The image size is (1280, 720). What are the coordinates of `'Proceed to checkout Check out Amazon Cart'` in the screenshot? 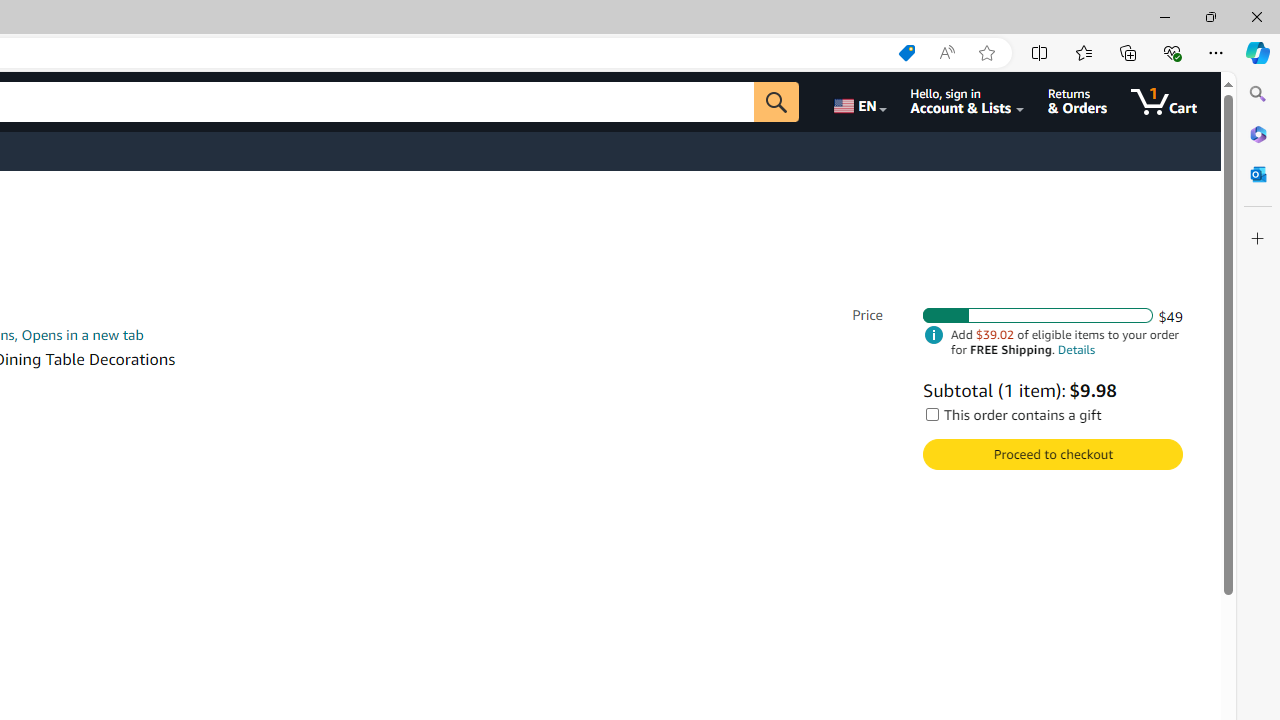 It's located at (1051, 454).